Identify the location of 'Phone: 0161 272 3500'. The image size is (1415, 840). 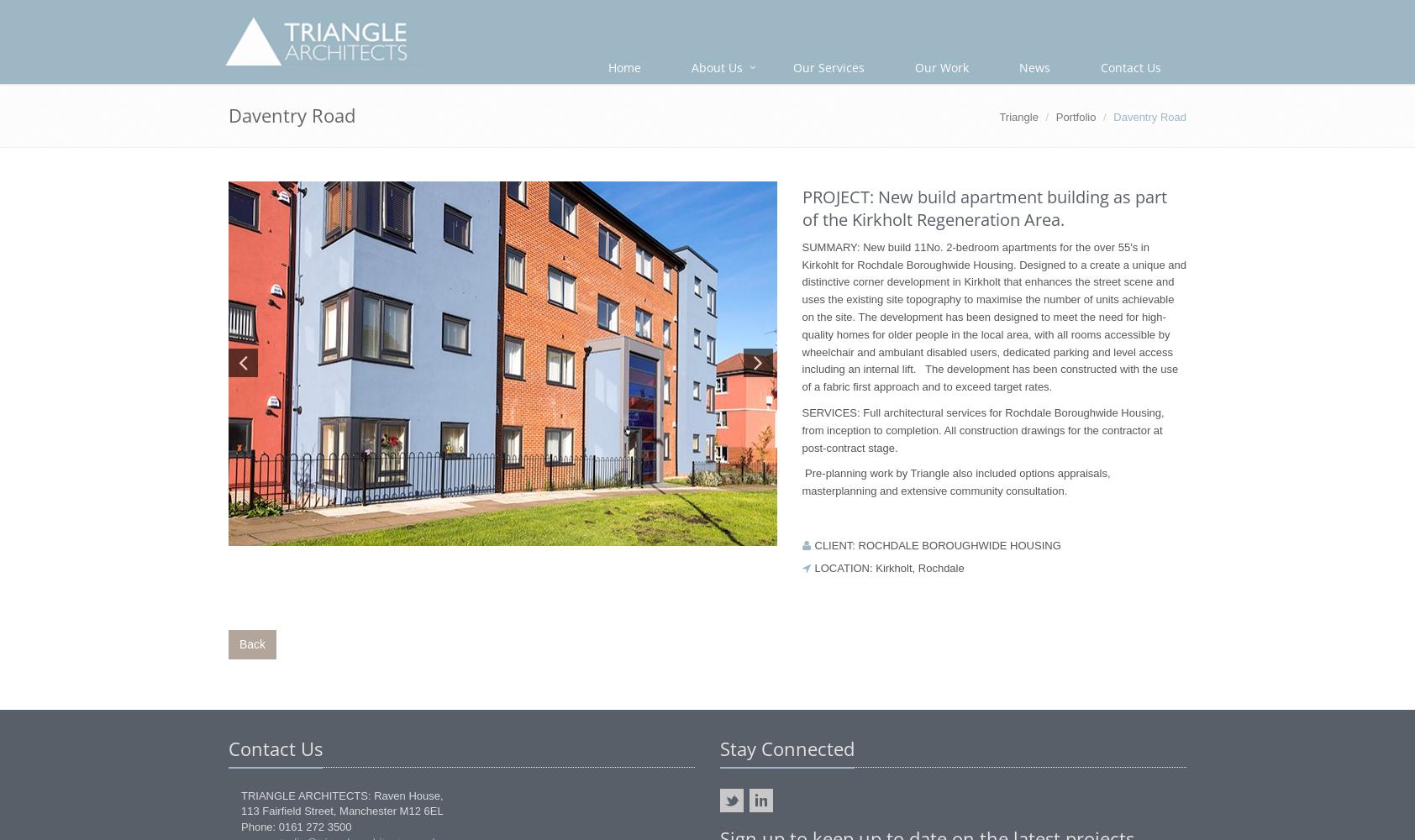
(296, 825).